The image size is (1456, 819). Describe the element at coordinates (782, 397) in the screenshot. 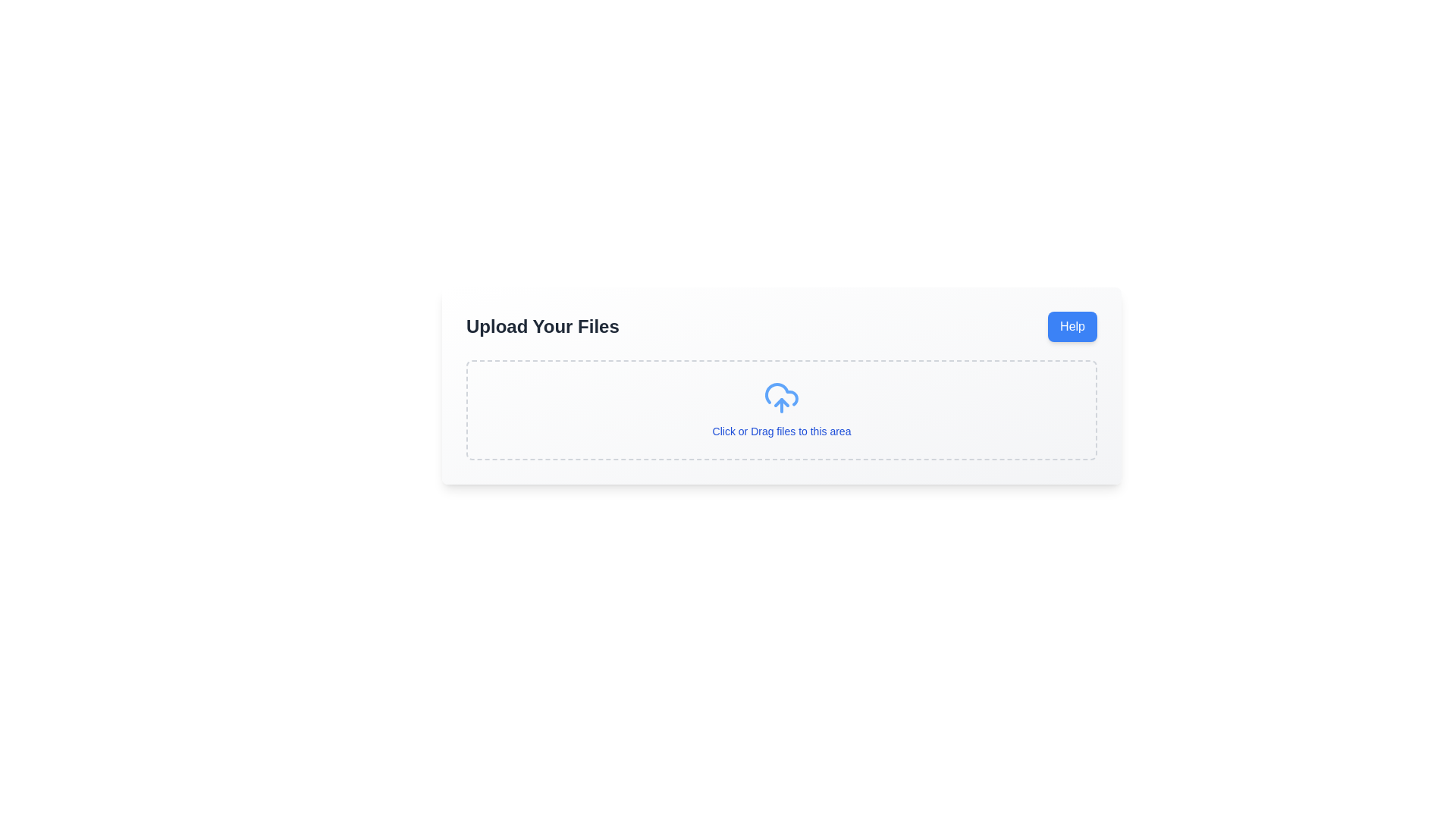

I see `the cloud icon with an upward arrow that represents uploading files, located centrally within the dashed rectangular area beneath the 'Upload Your Files' heading` at that location.